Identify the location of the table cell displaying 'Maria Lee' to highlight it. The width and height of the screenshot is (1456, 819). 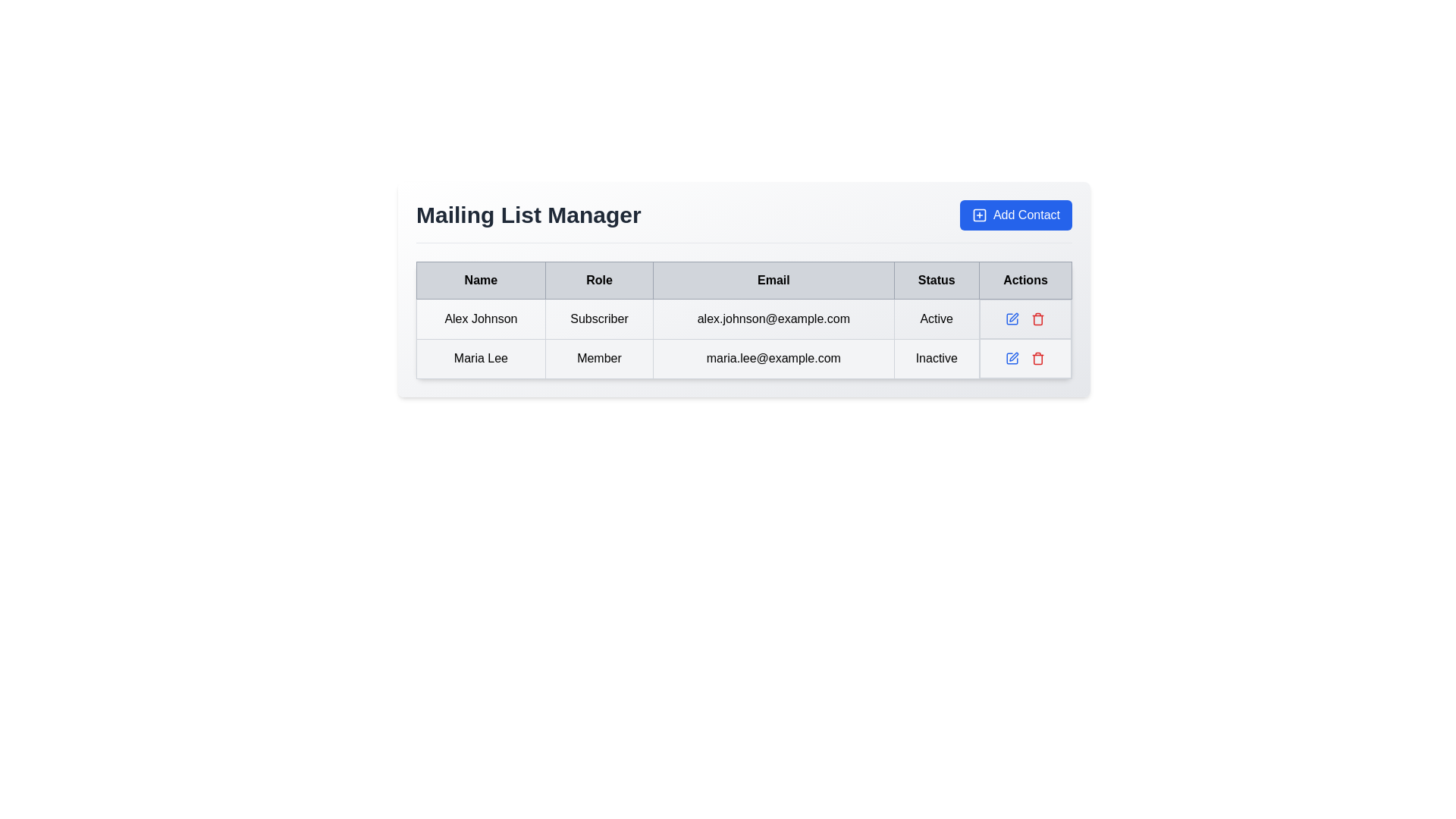
(480, 359).